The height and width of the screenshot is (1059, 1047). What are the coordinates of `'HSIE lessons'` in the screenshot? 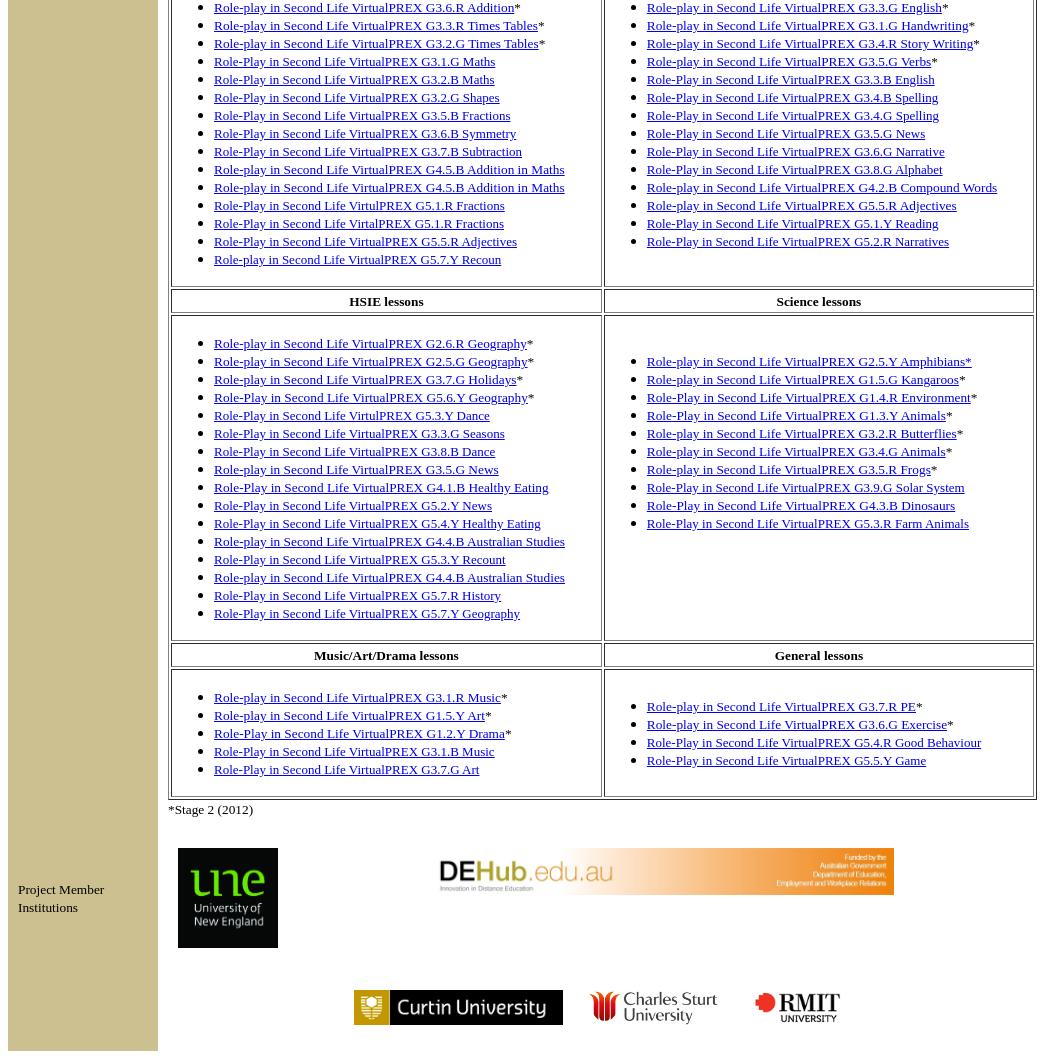 It's located at (385, 301).